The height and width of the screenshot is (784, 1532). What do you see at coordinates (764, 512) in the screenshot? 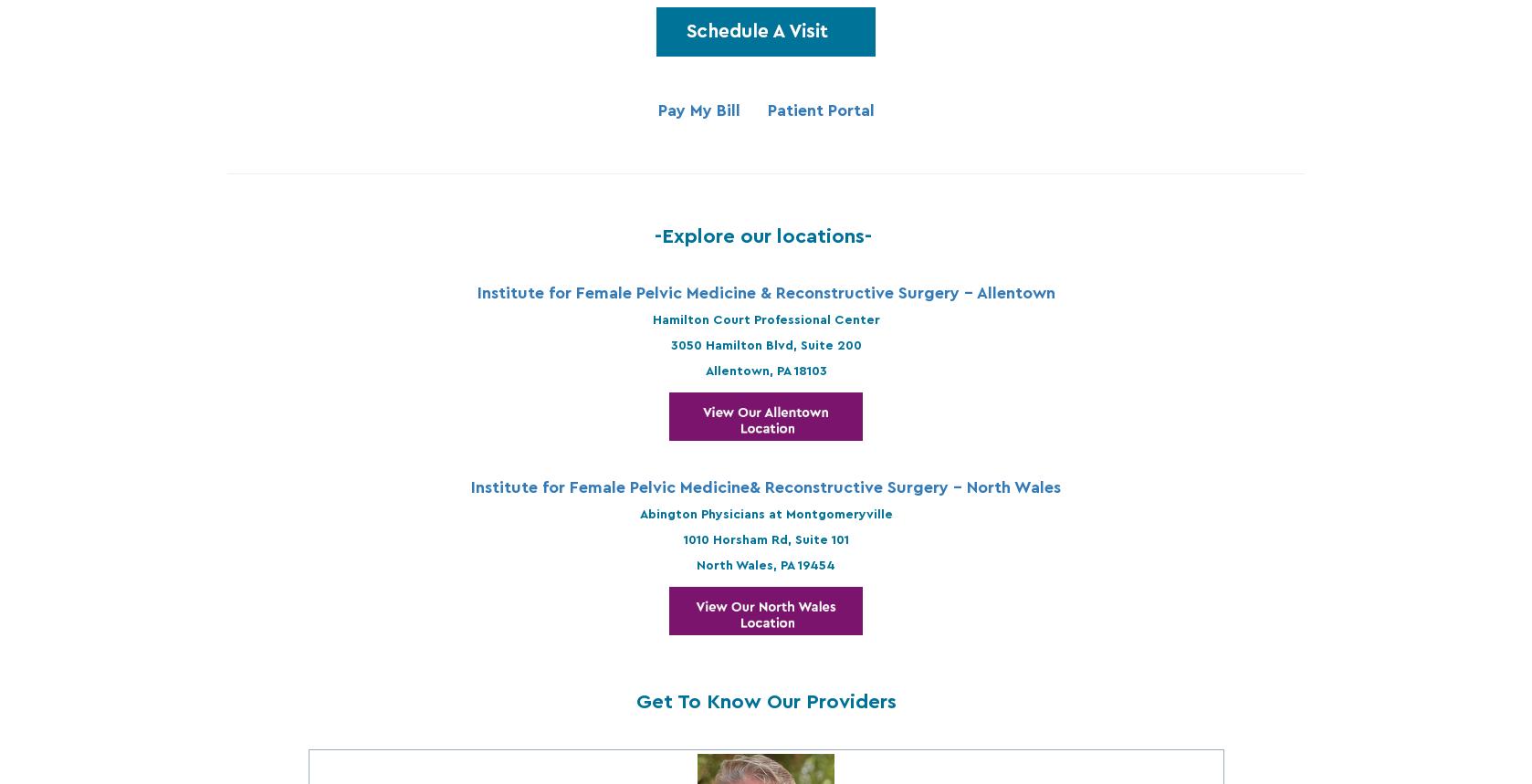
I see `'Abington Physicians at Montgomeryville'` at bounding box center [764, 512].